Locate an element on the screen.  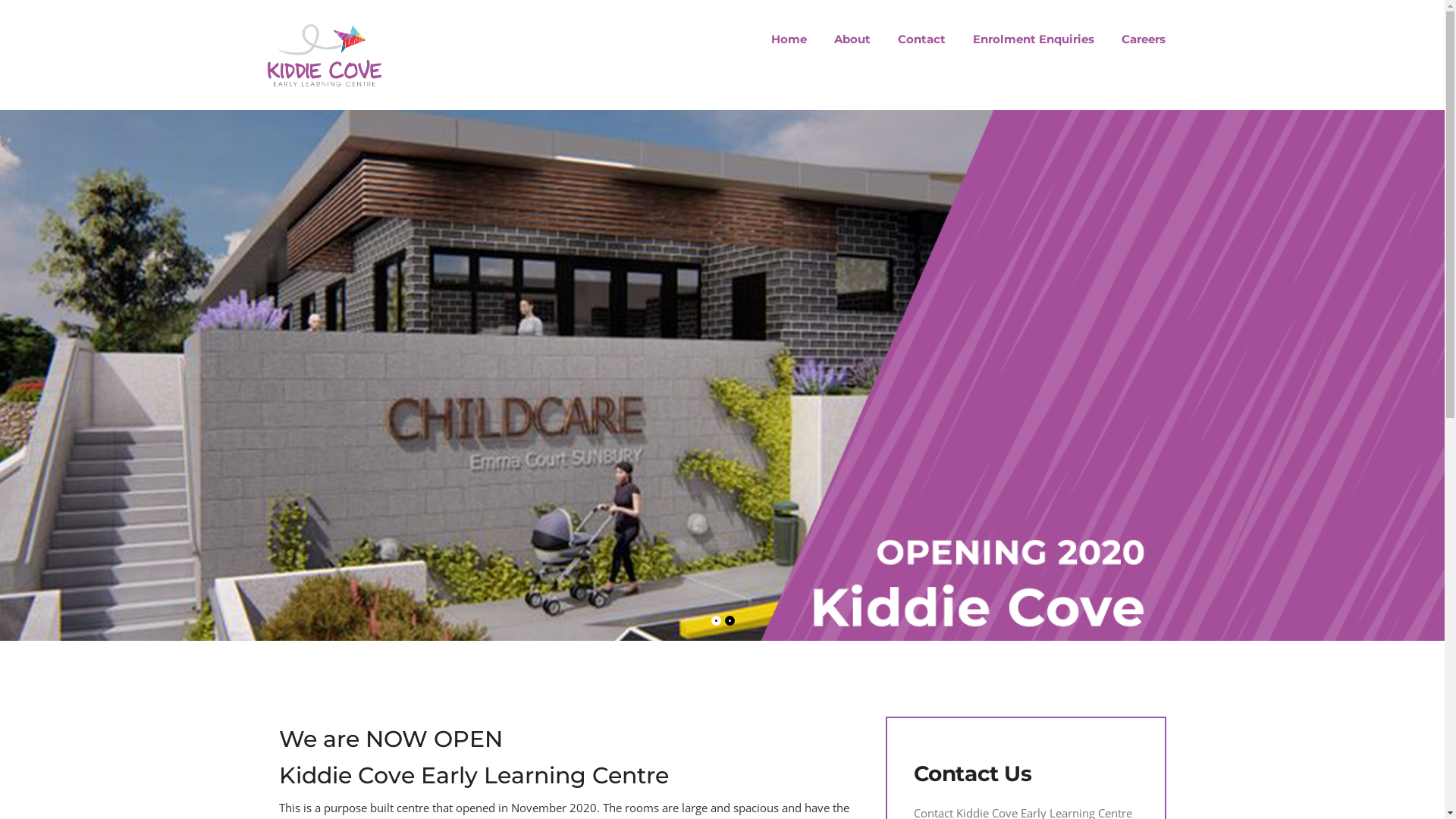
'About' is located at coordinates (852, 38).